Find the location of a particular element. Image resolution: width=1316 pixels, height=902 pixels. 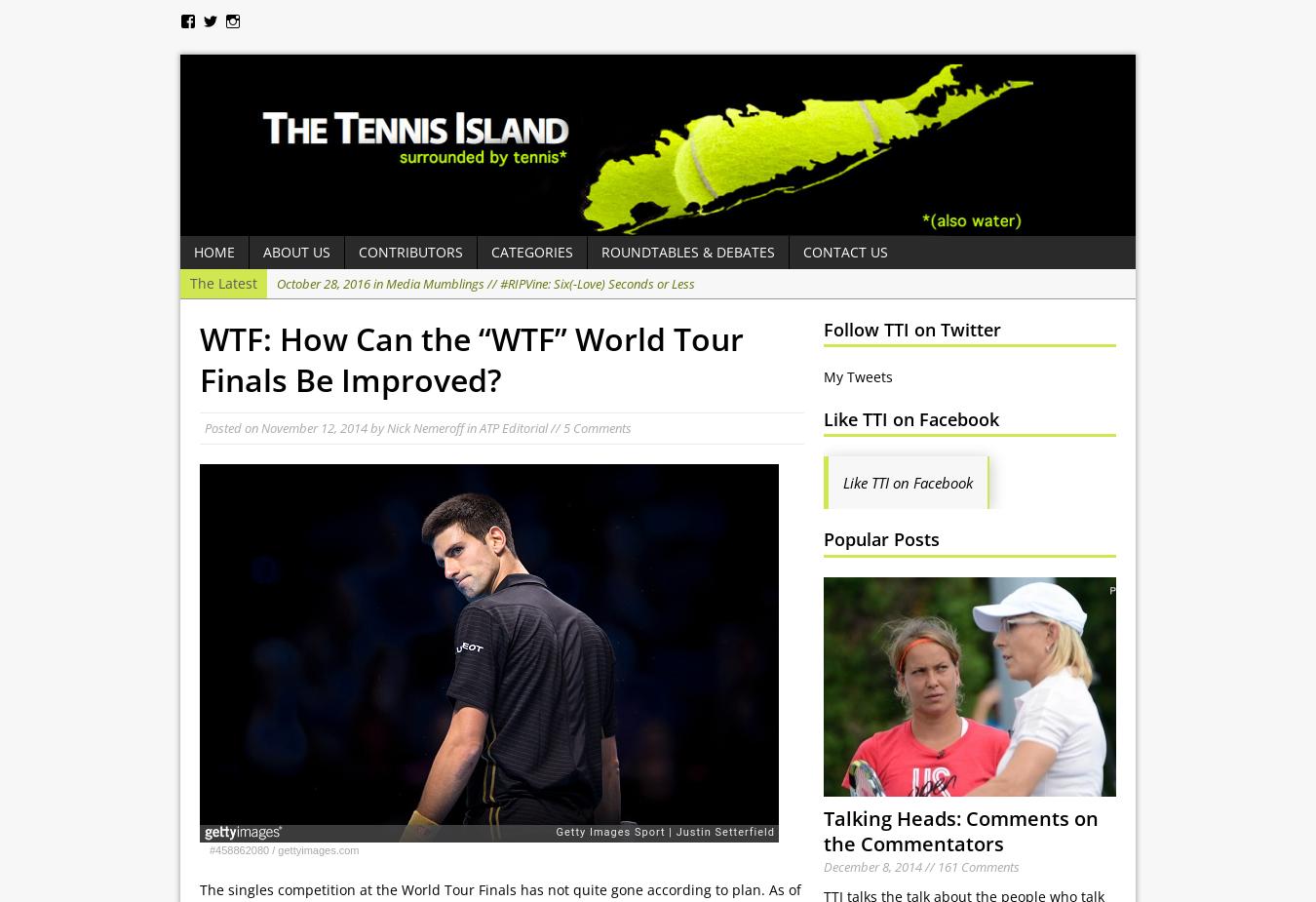

'Posted on' is located at coordinates (231, 427).